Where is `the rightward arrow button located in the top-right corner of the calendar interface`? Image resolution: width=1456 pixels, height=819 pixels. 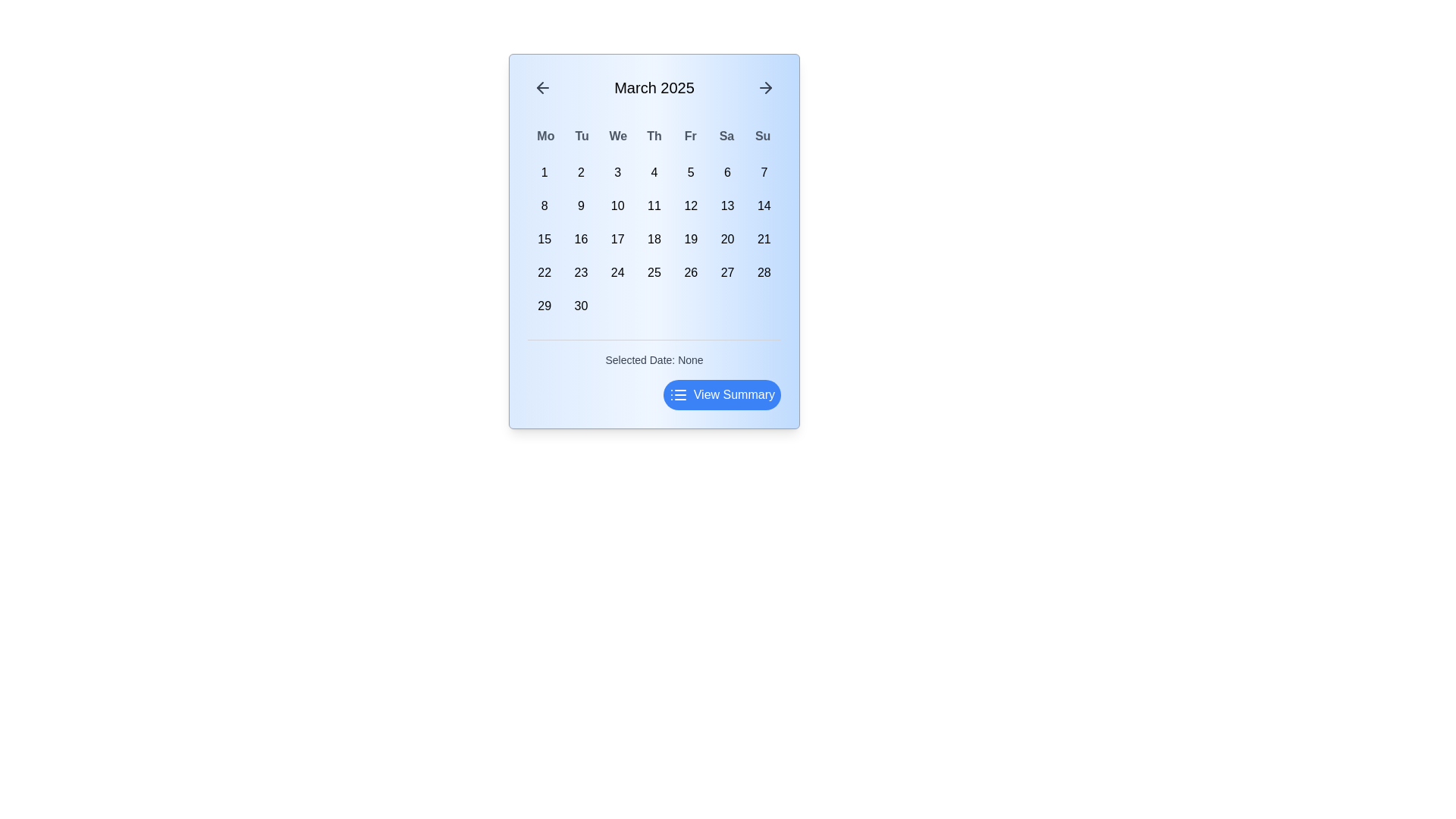 the rightward arrow button located in the top-right corner of the calendar interface is located at coordinates (765, 87).